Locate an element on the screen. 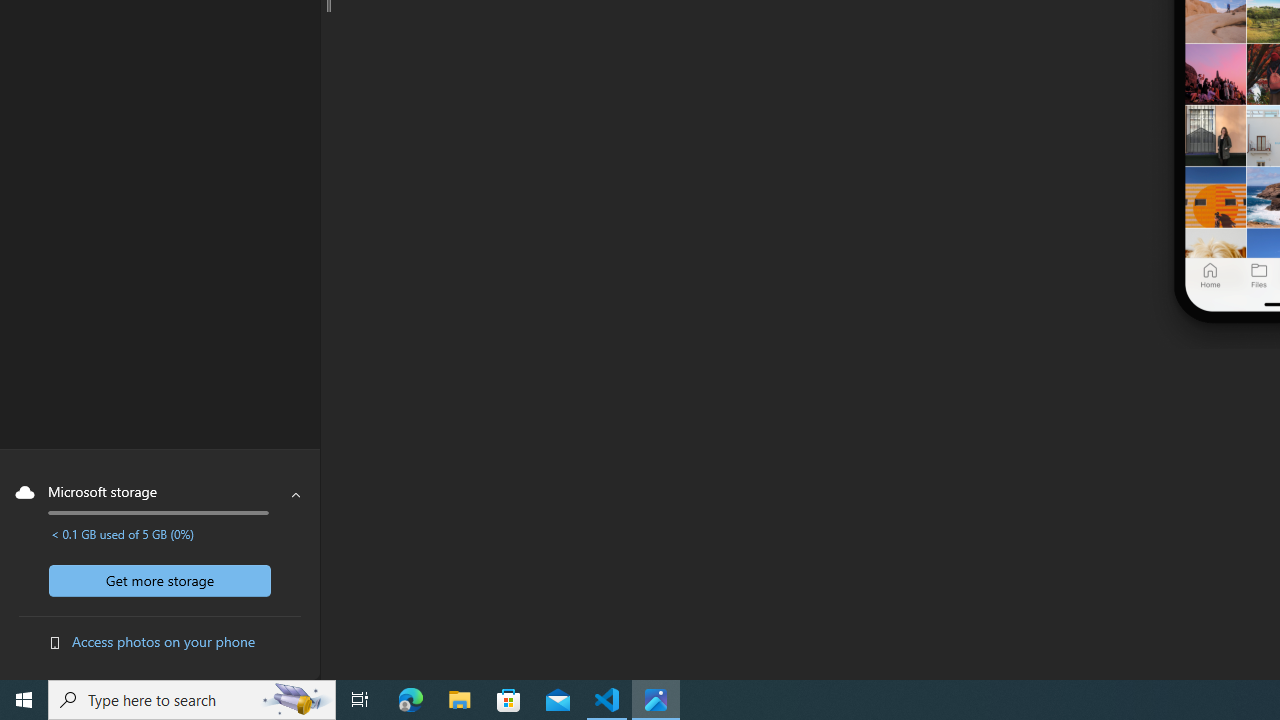 The height and width of the screenshot is (720, 1280). 'Search highlights icon opens search home window' is located at coordinates (294, 698).